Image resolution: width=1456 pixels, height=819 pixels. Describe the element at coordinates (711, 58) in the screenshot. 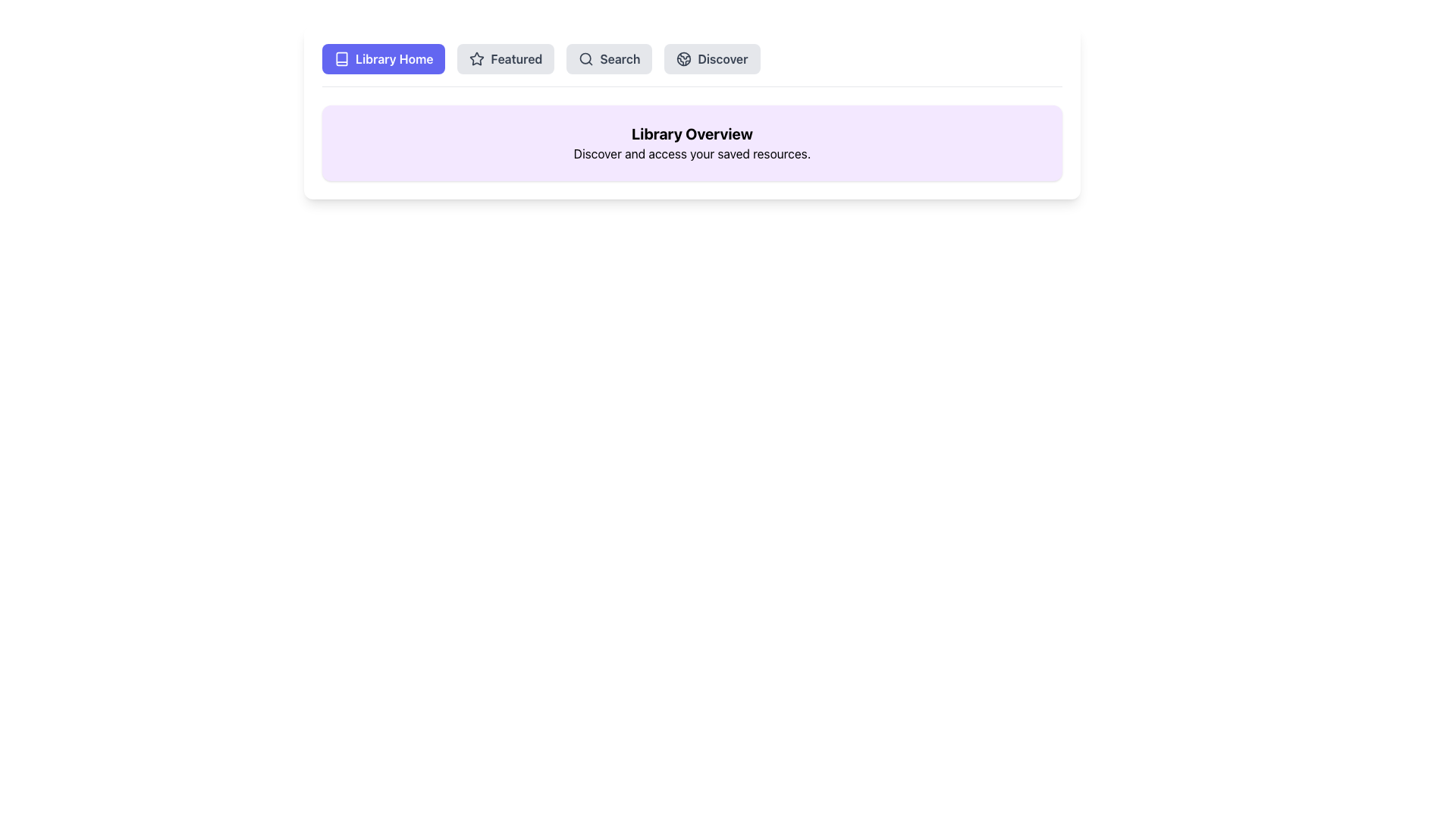

I see `the 'Discover' button located at the top-right corner of the button group to activate its hover effect` at that location.